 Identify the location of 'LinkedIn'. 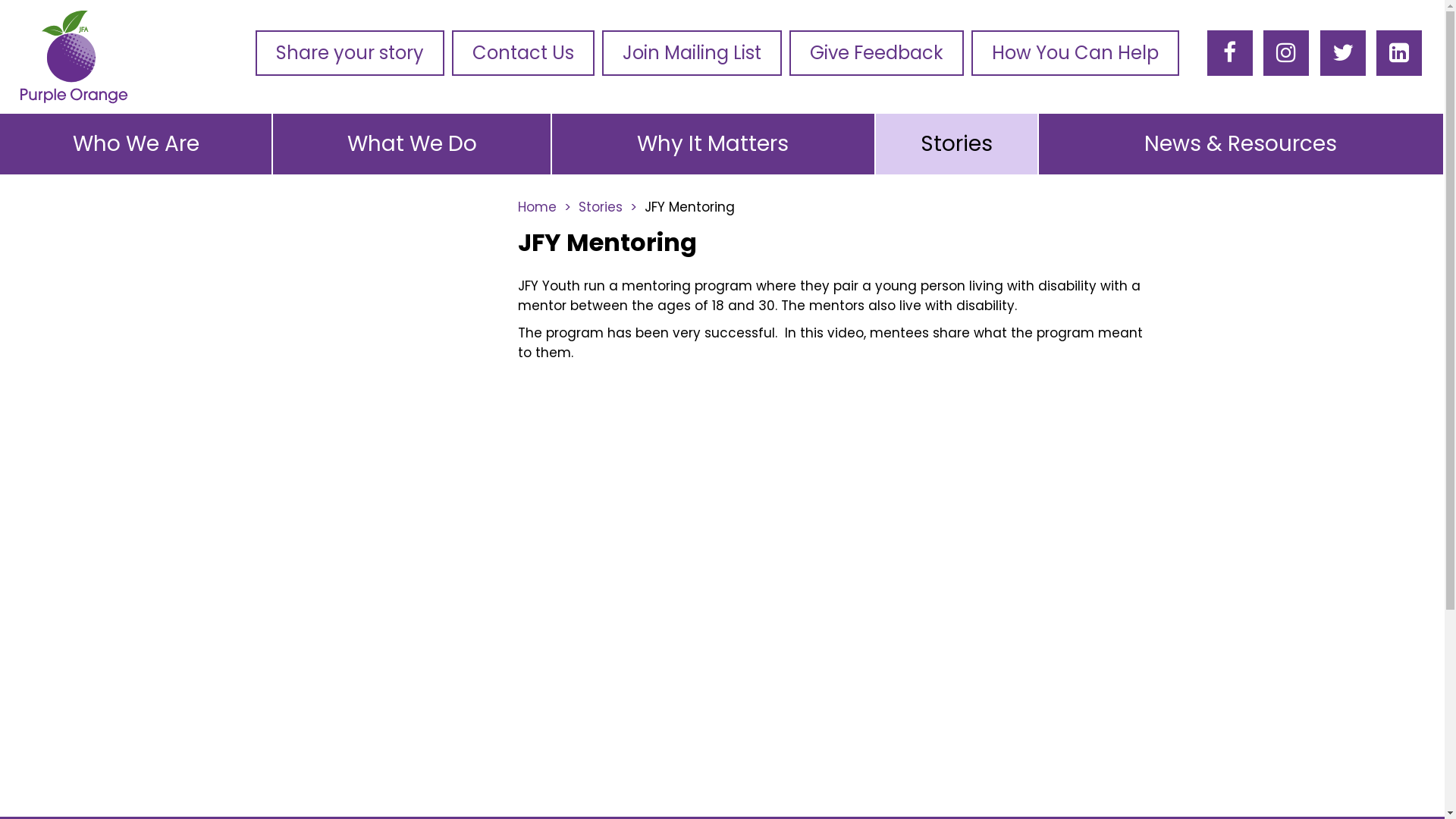
(1398, 52).